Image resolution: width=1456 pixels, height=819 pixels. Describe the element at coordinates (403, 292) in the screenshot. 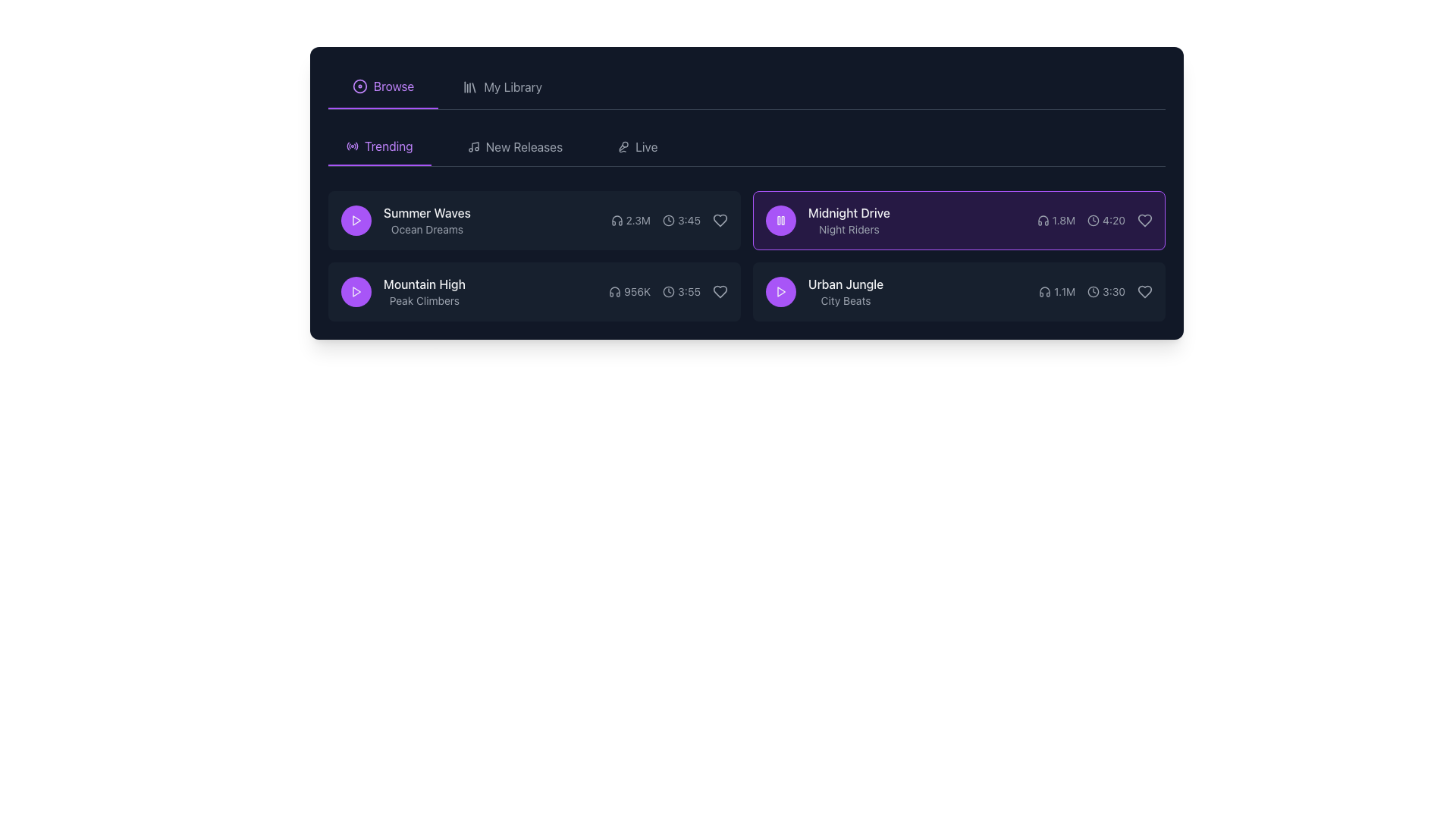

I see `the text display element that shows 'Mountain High' and 'Peak Climbers', positioned beneath 'Summer Waves' and aligned to the left` at that location.